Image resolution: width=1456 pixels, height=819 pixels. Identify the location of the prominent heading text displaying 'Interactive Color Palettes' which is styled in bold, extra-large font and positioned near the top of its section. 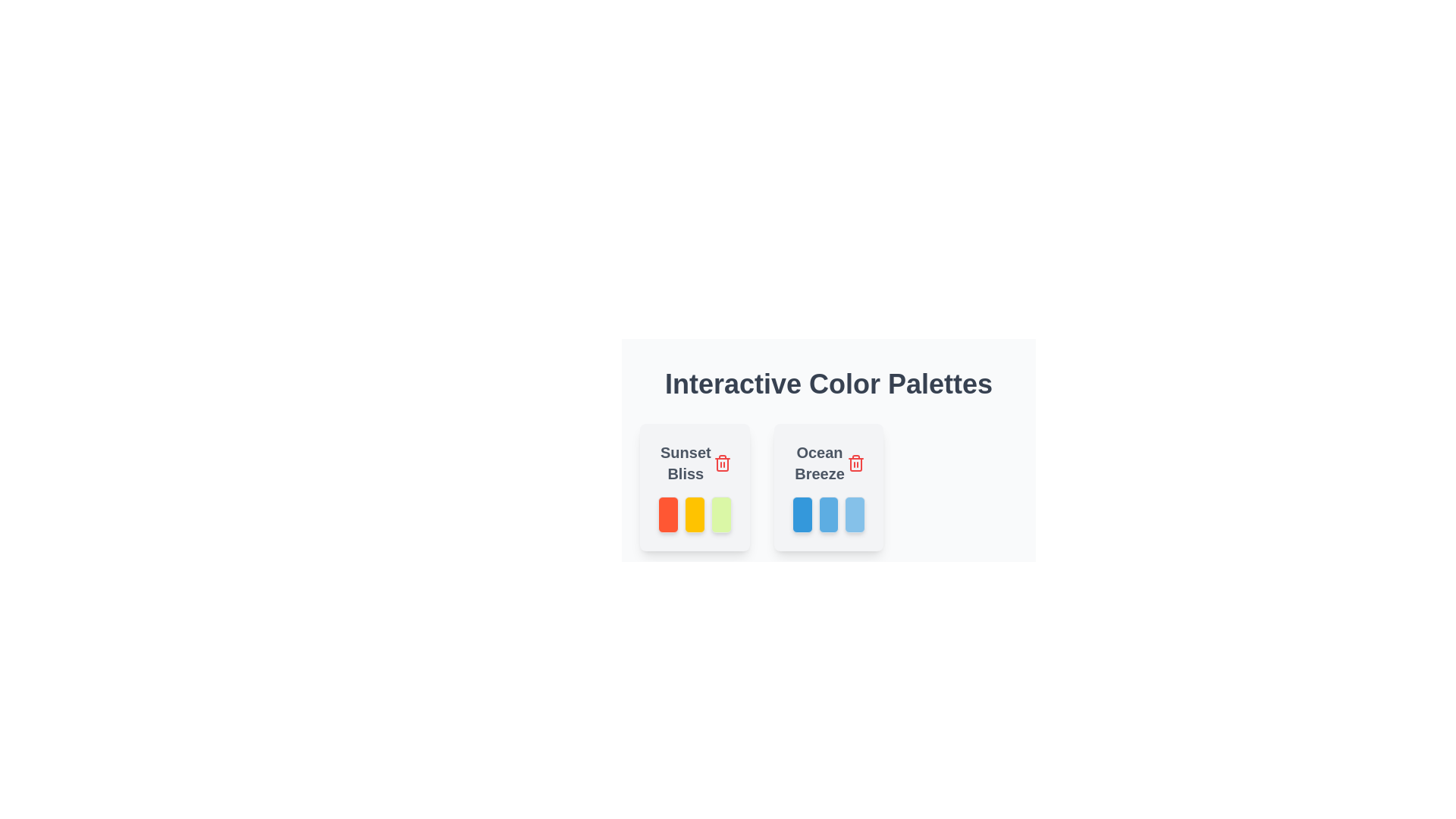
(828, 383).